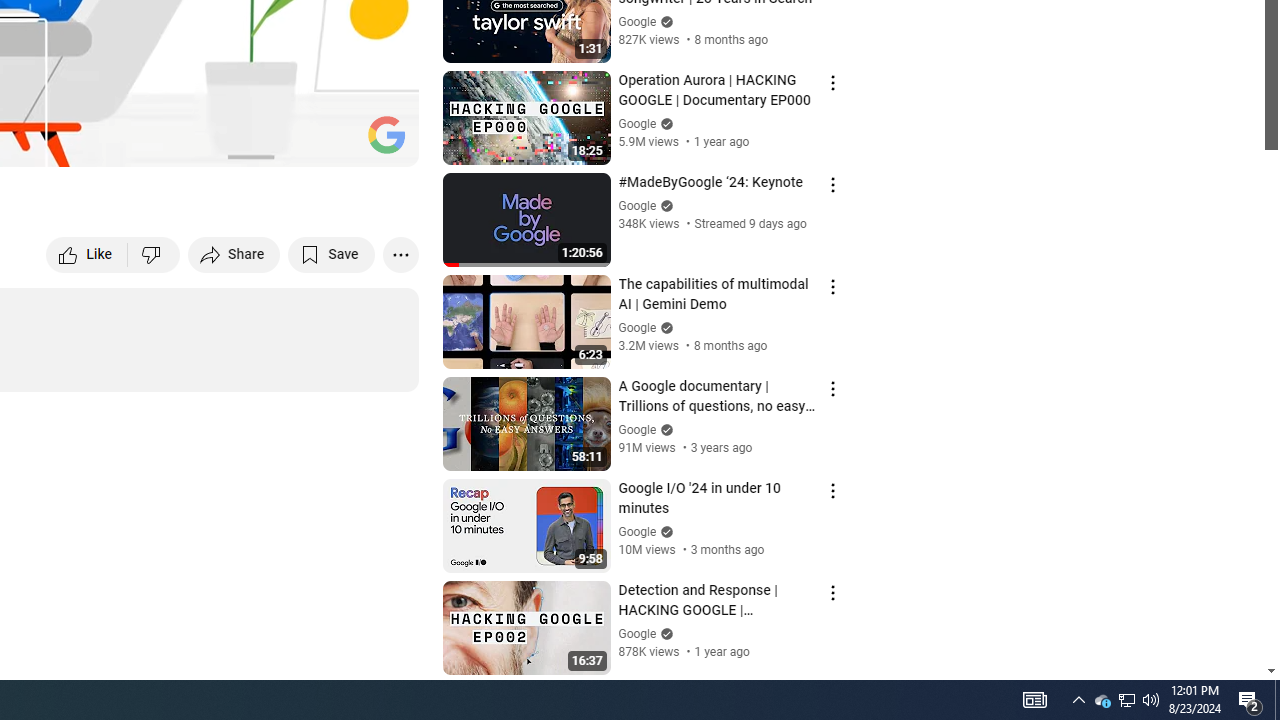 The width and height of the screenshot is (1280, 720). What do you see at coordinates (664, 633) in the screenshot?
I see `'Verified'` at bounding box center [664, 633].